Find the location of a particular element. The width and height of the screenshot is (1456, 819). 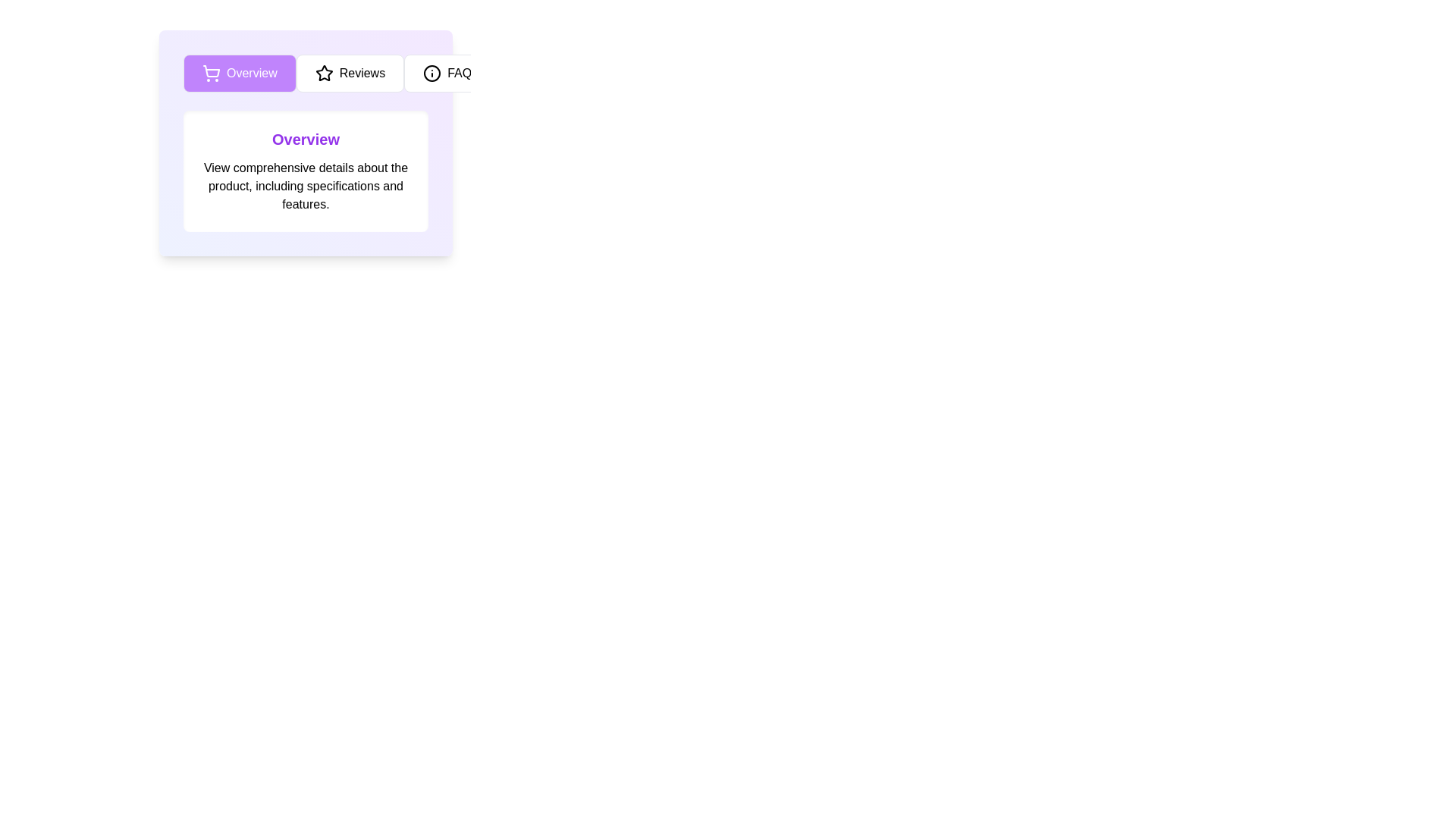

the Reviews tab to view its content is located at coordinates (348, 73).